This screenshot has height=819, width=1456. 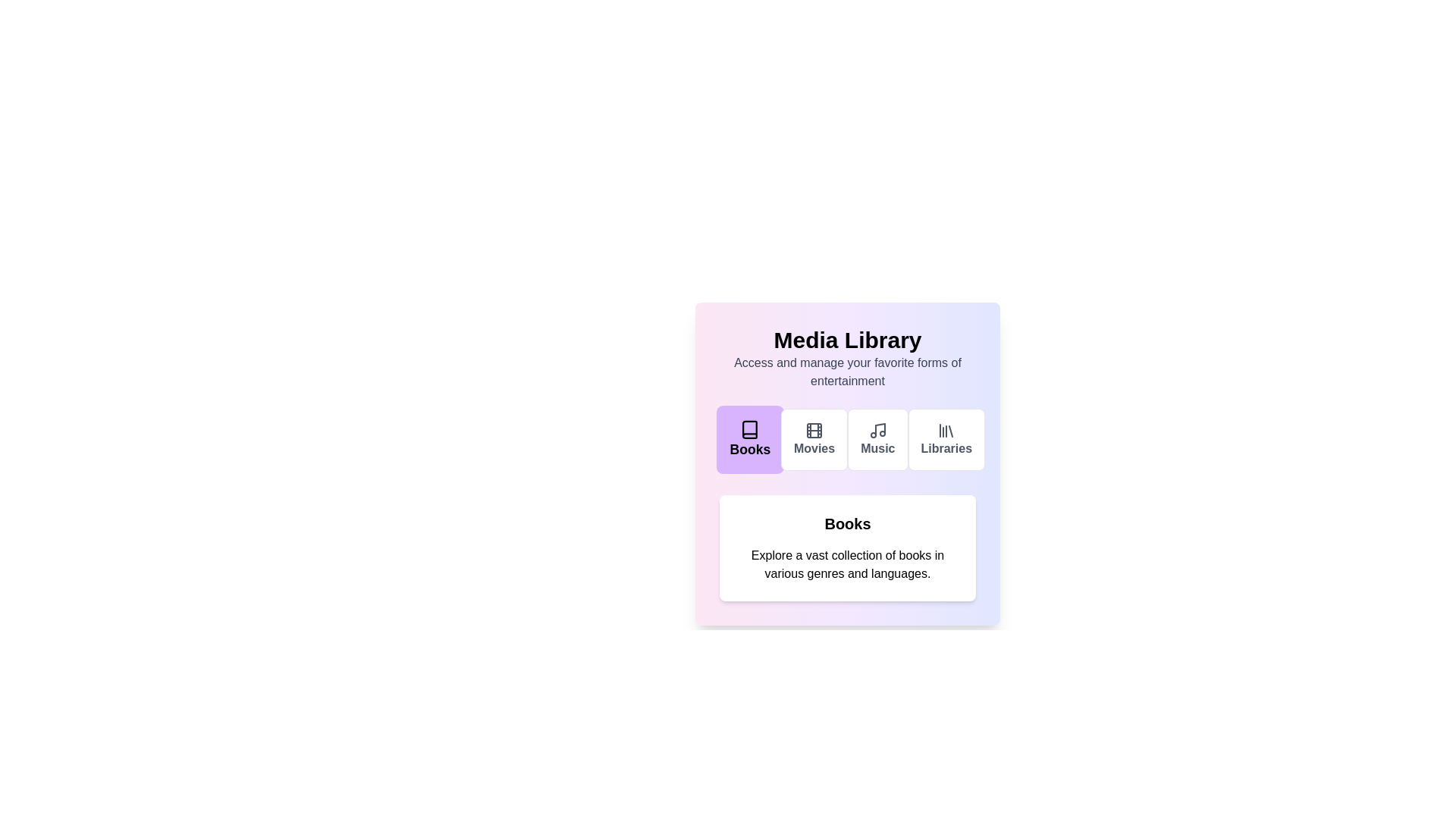 What do you see at coordinates (750, 439) in the screenshot?
I see `the Books tab by clicking on its button` at bounding box center [750, 439].